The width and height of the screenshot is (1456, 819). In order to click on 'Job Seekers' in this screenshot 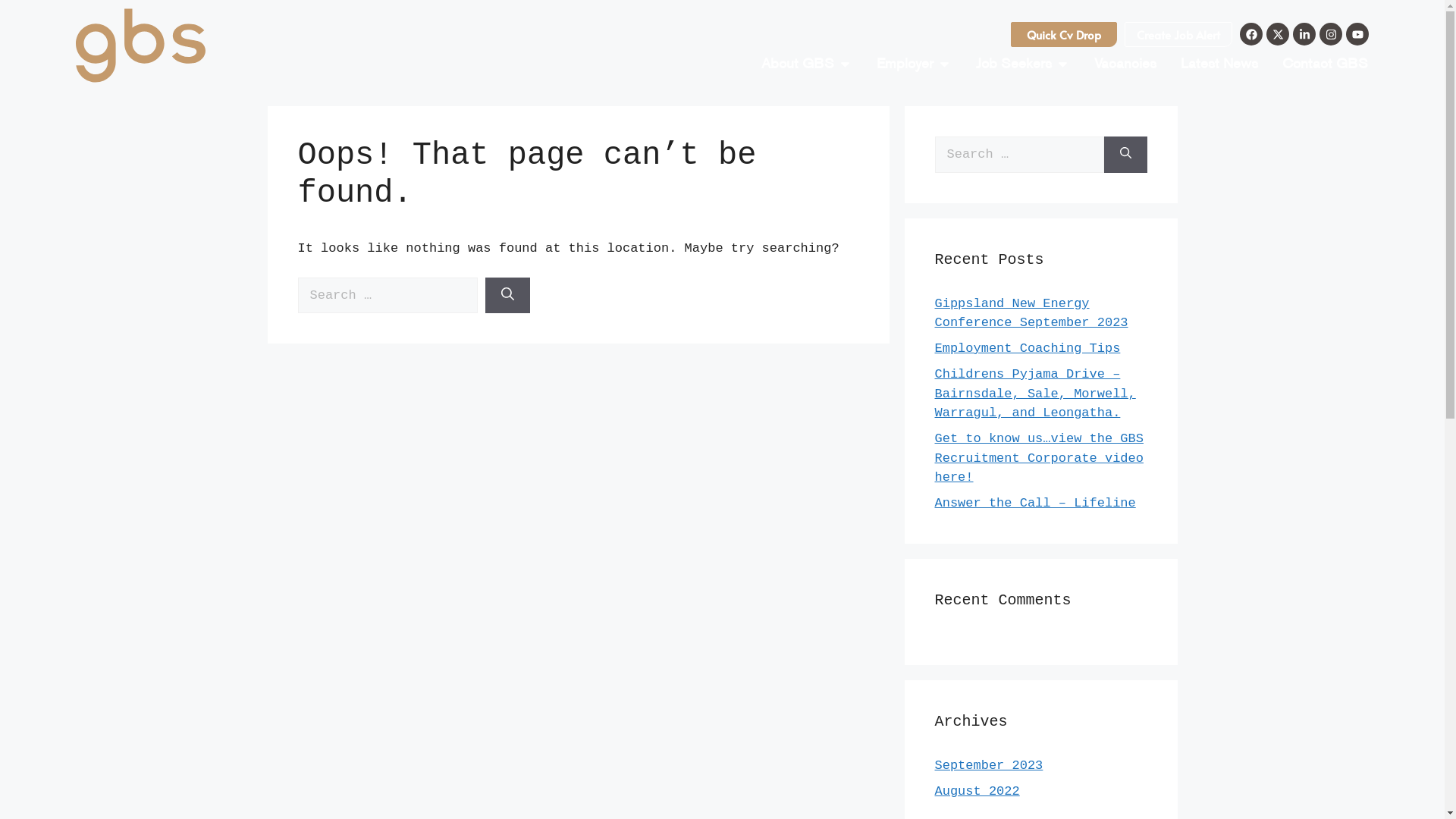, I will do `click(1014, 63)`.